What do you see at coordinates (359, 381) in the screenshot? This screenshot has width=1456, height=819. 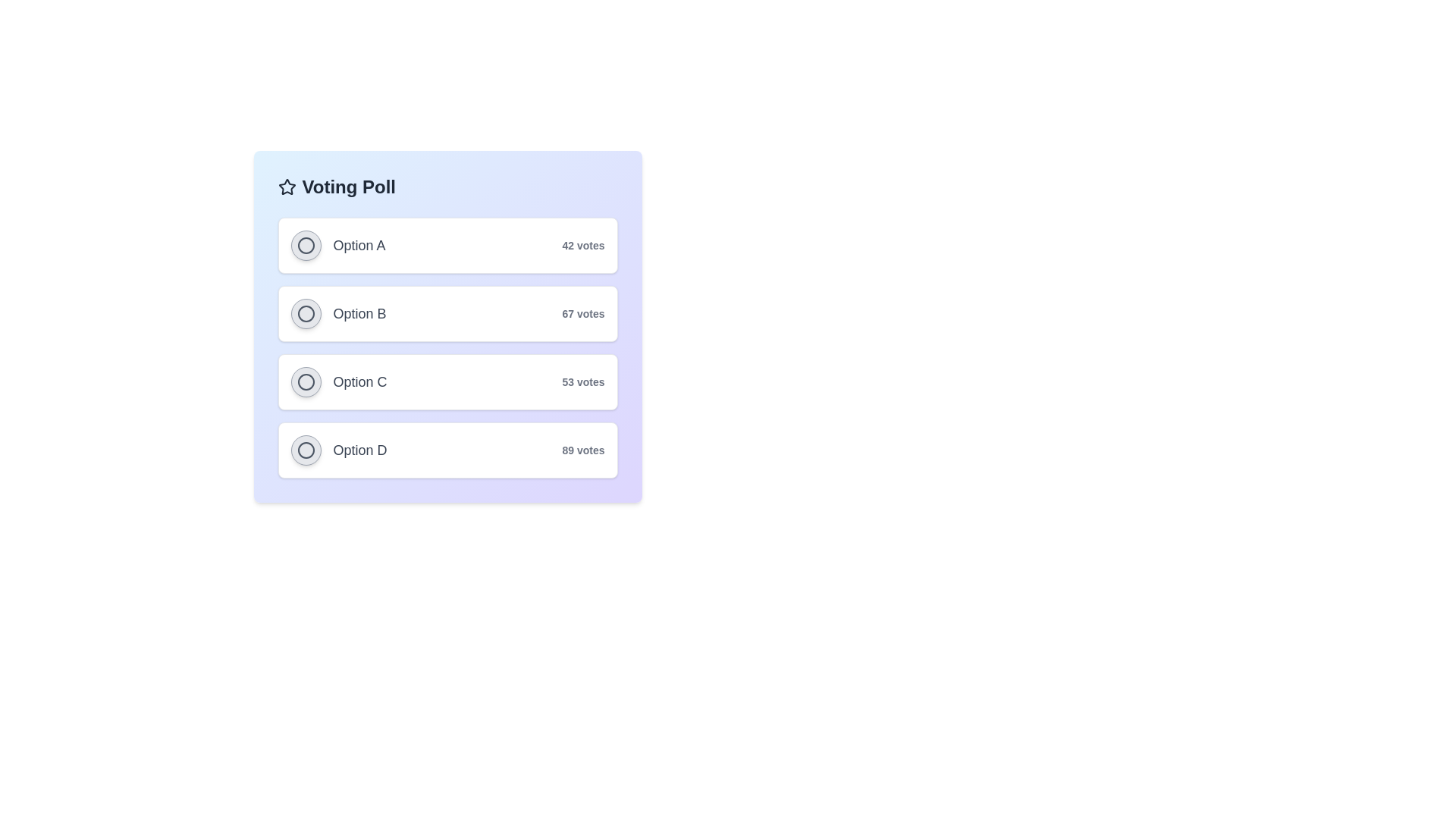 I see `the text label displaying 'Option C', which is styled with medium-weight gray font and is the third option in a vertical list of choices` at bounding box center [359, 381].